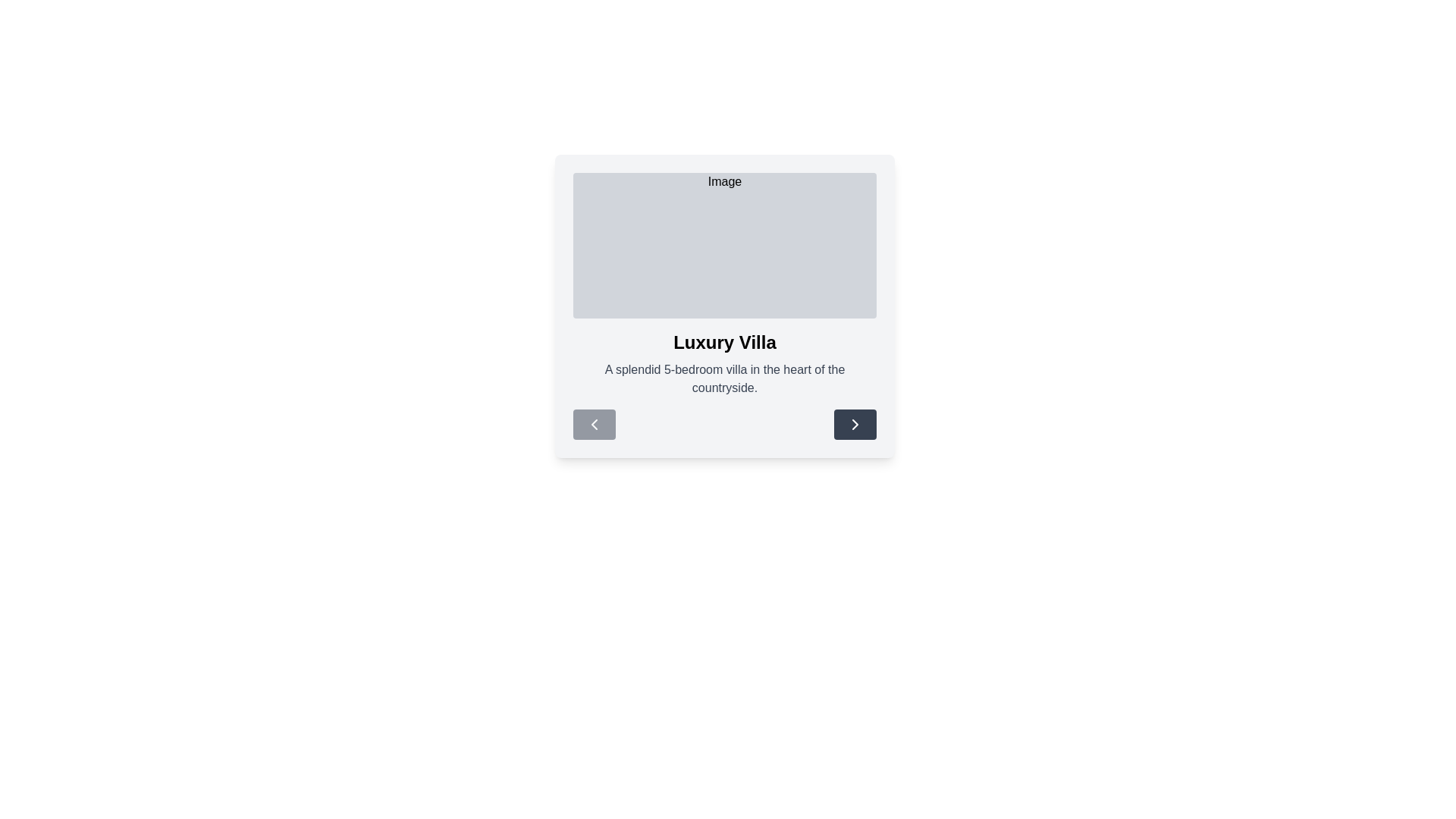 Image resolution: width=1456 pixels, height=819 pixels. Describe the element at coordinates (855, 424) in the screenshot. I see `the navigation button located at the bottom-right of the visible card to proceed to the next item or section` at that location.